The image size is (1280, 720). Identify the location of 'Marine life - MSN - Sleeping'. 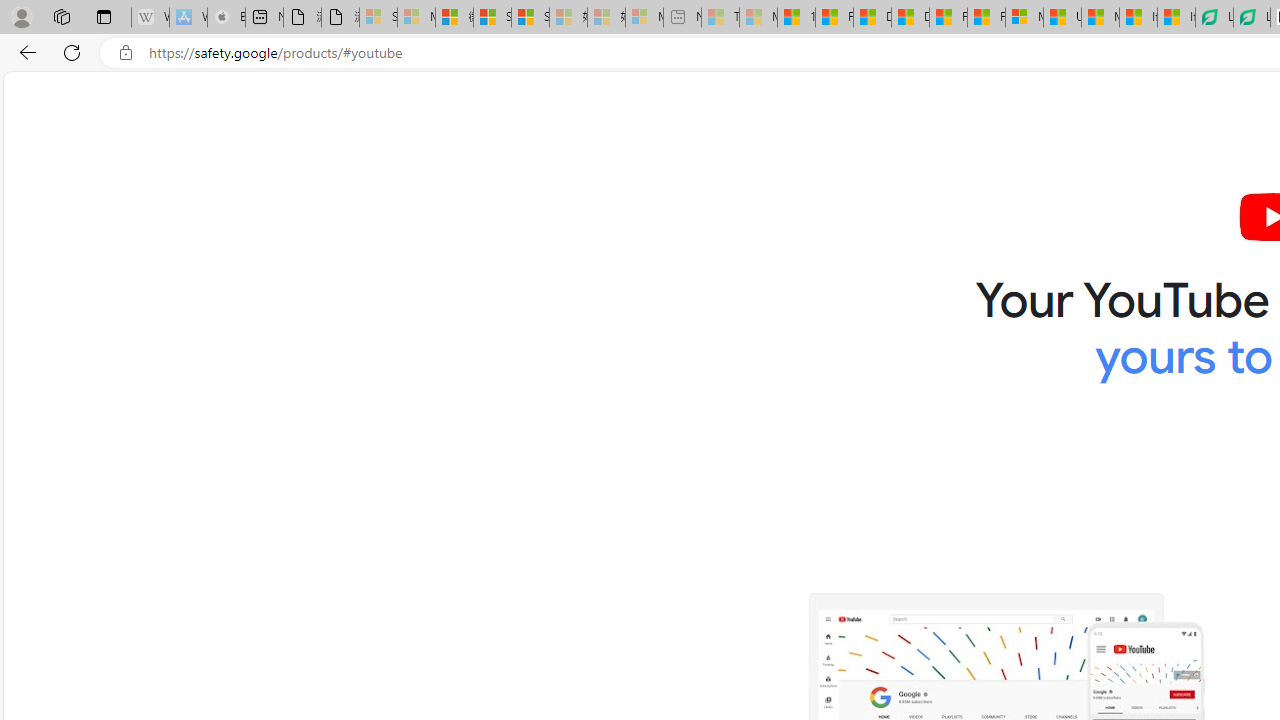
(757, 17).